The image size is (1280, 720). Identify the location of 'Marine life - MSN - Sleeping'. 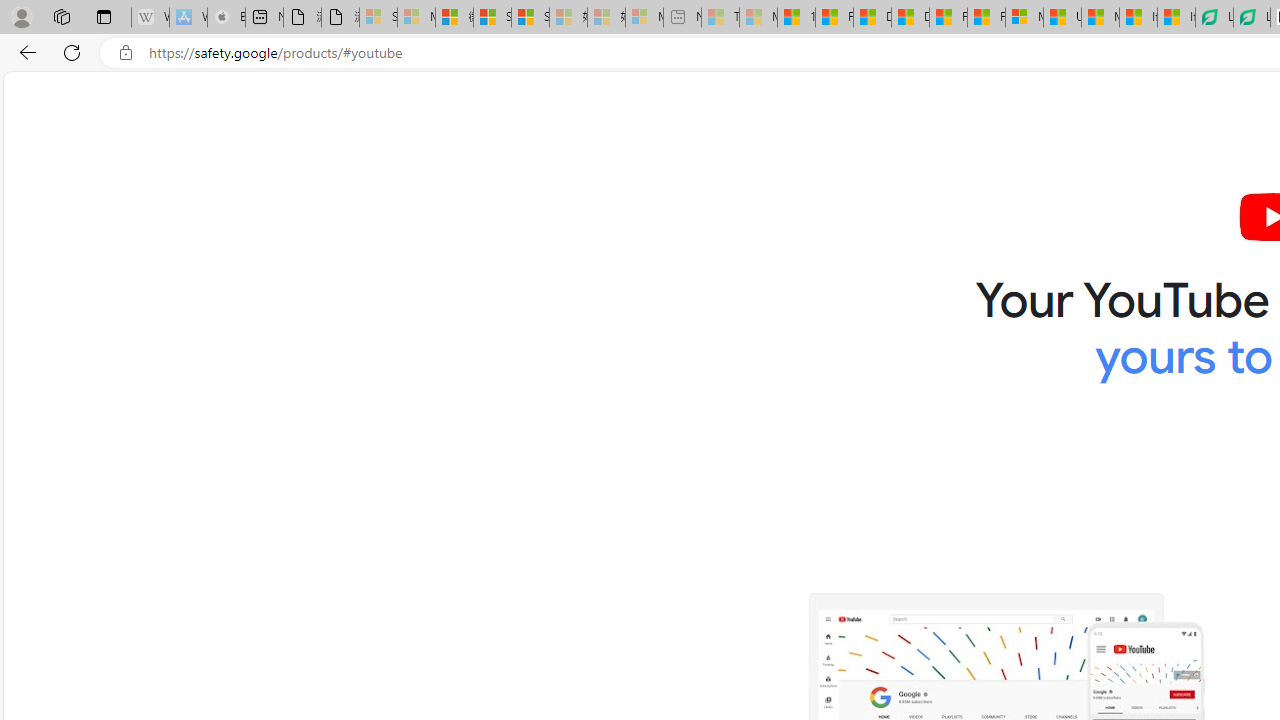
(757, 17).